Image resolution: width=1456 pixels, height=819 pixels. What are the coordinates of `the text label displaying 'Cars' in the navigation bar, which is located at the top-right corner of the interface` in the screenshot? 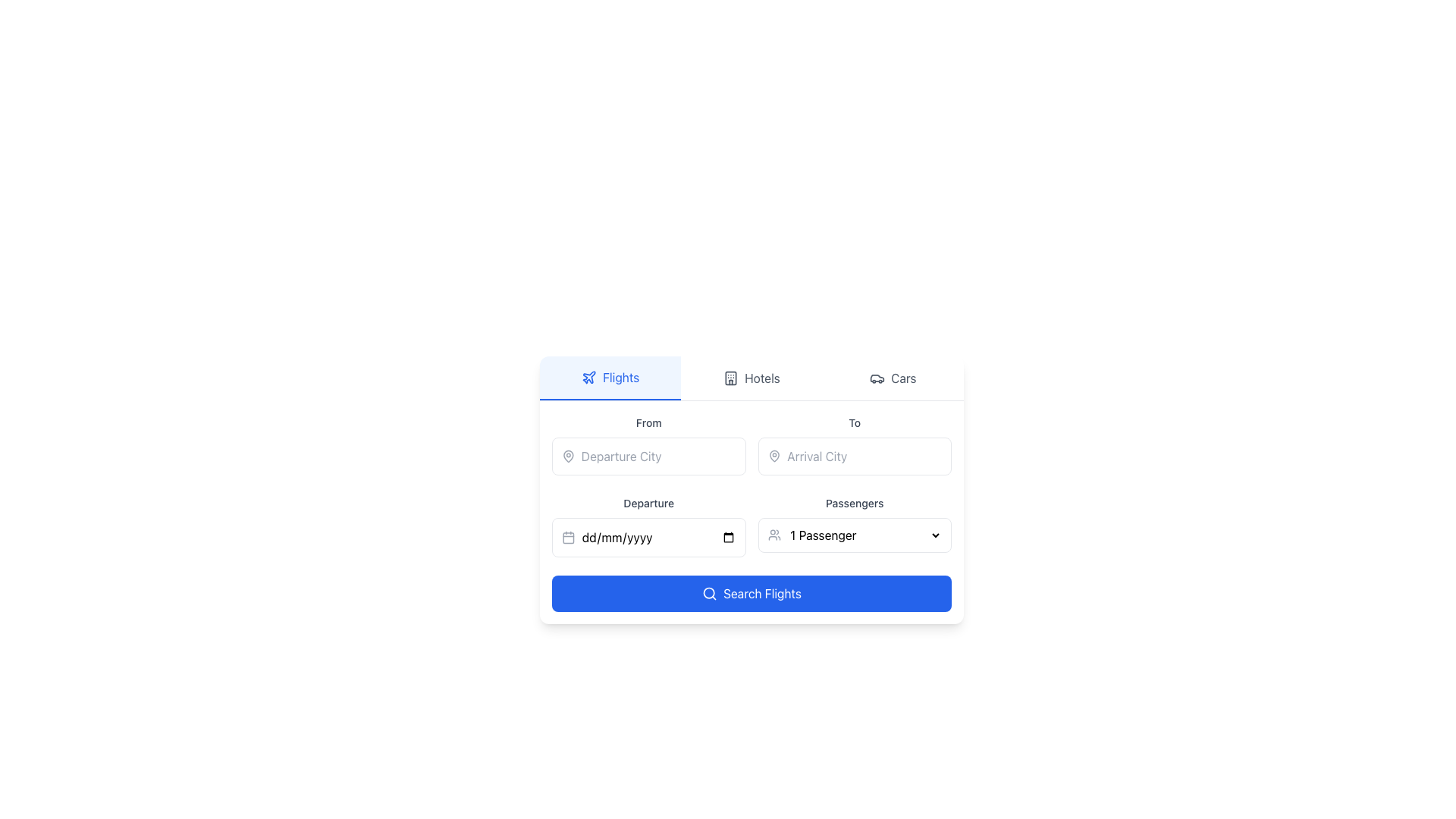 It's located at (903, 377).